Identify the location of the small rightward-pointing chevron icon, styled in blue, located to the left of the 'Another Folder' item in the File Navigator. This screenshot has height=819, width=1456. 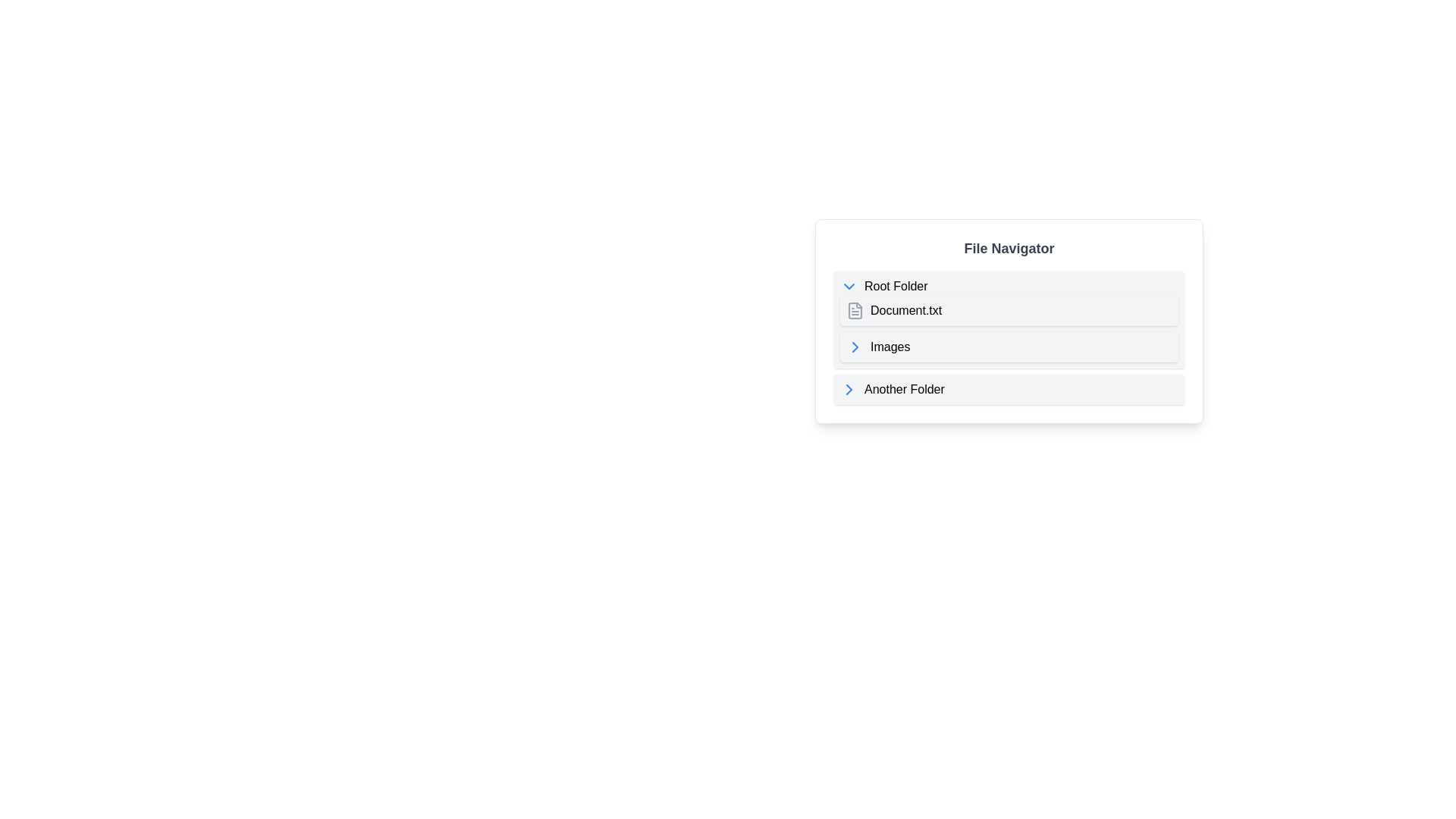
(848, 388).